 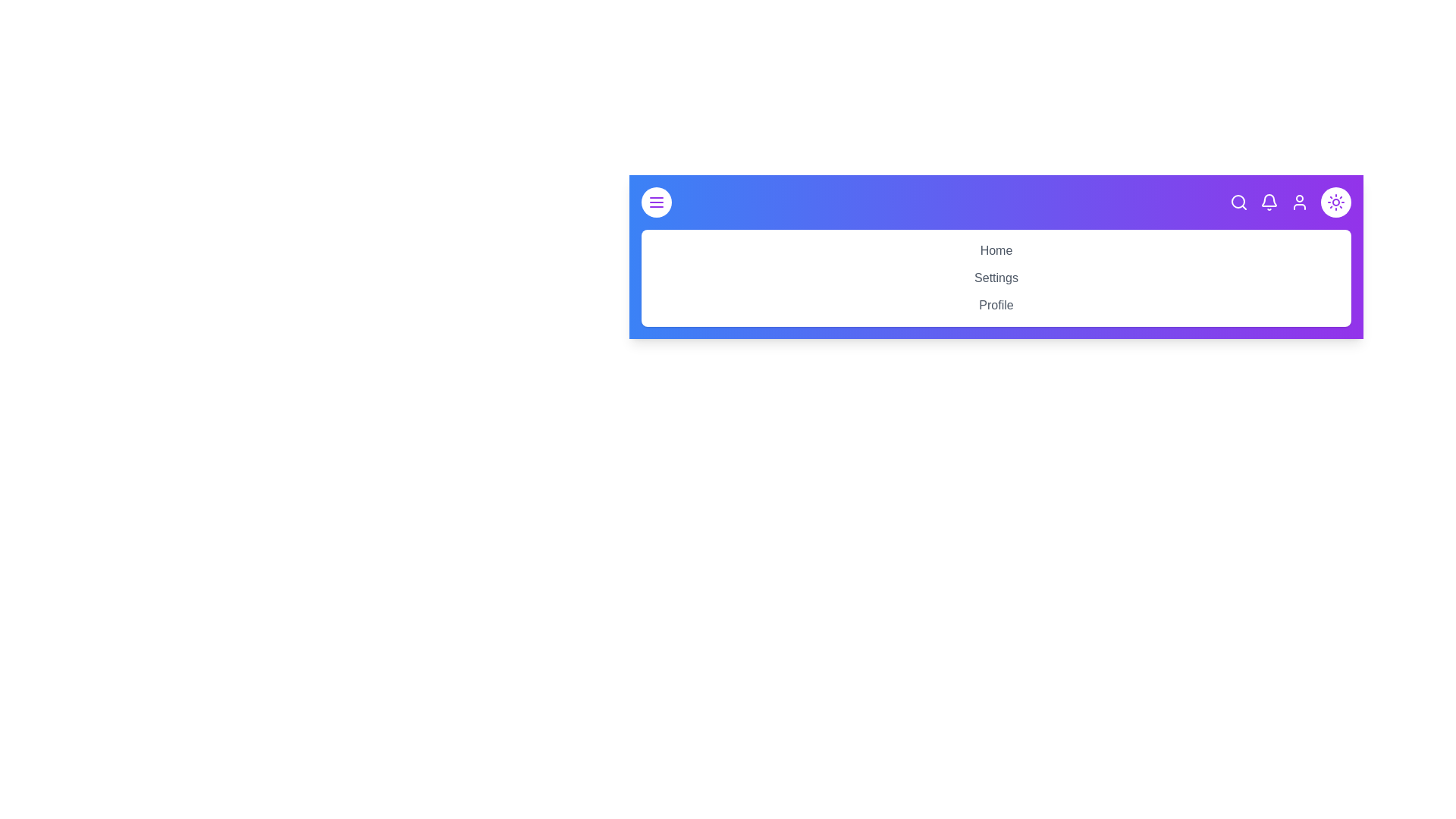 What do you see at coordinates (1335, 201) in the screenshot?
I see `the light/dark mode toggle button to switch the mode` at bounding box center [1335, 201].